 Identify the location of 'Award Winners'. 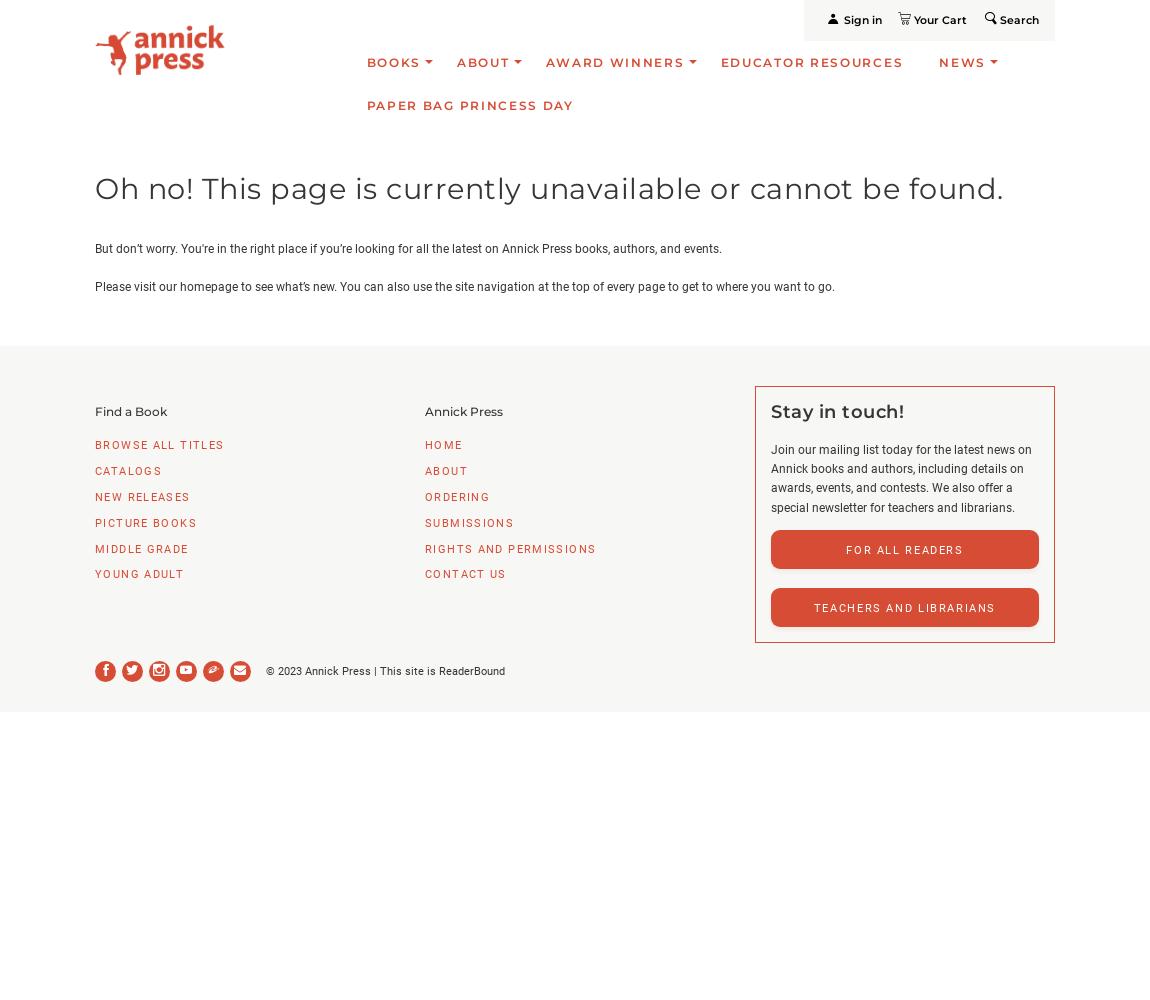
(613, 61).